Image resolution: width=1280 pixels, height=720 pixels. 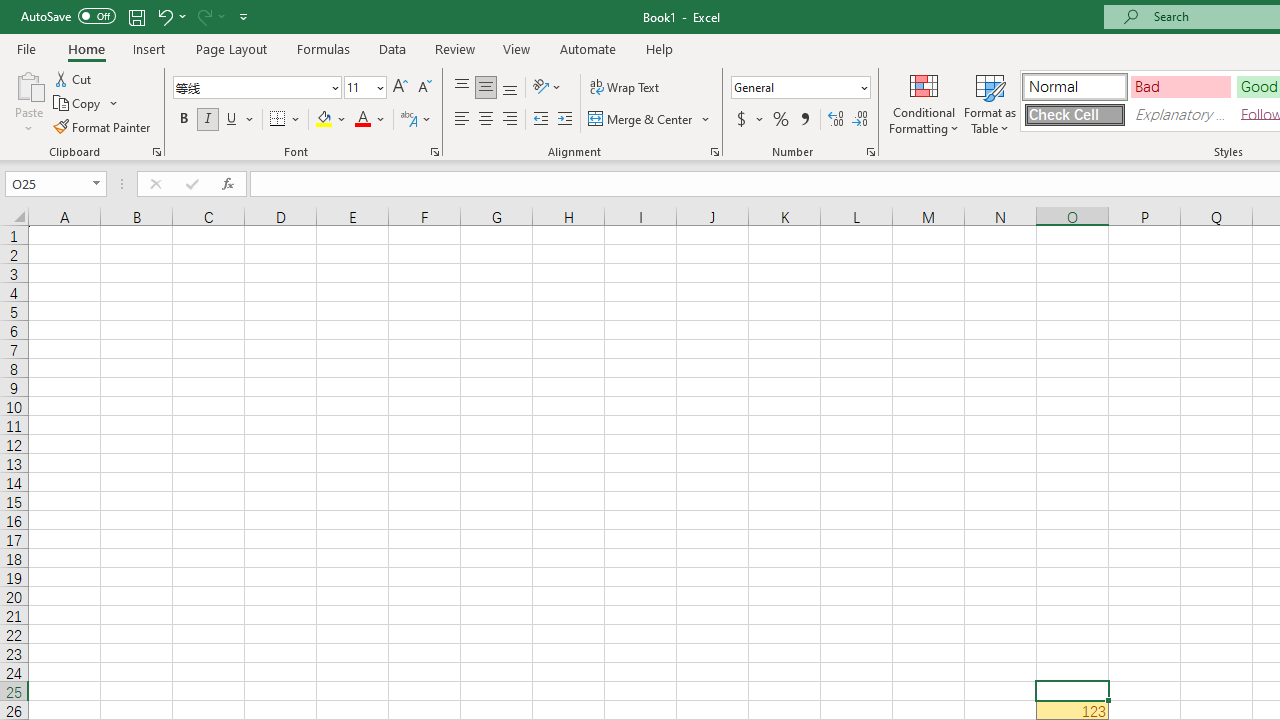 What do you see at coordinates (85, 103) in the screenshot?
I see `'Copy'` at bounding box center [85, 103].